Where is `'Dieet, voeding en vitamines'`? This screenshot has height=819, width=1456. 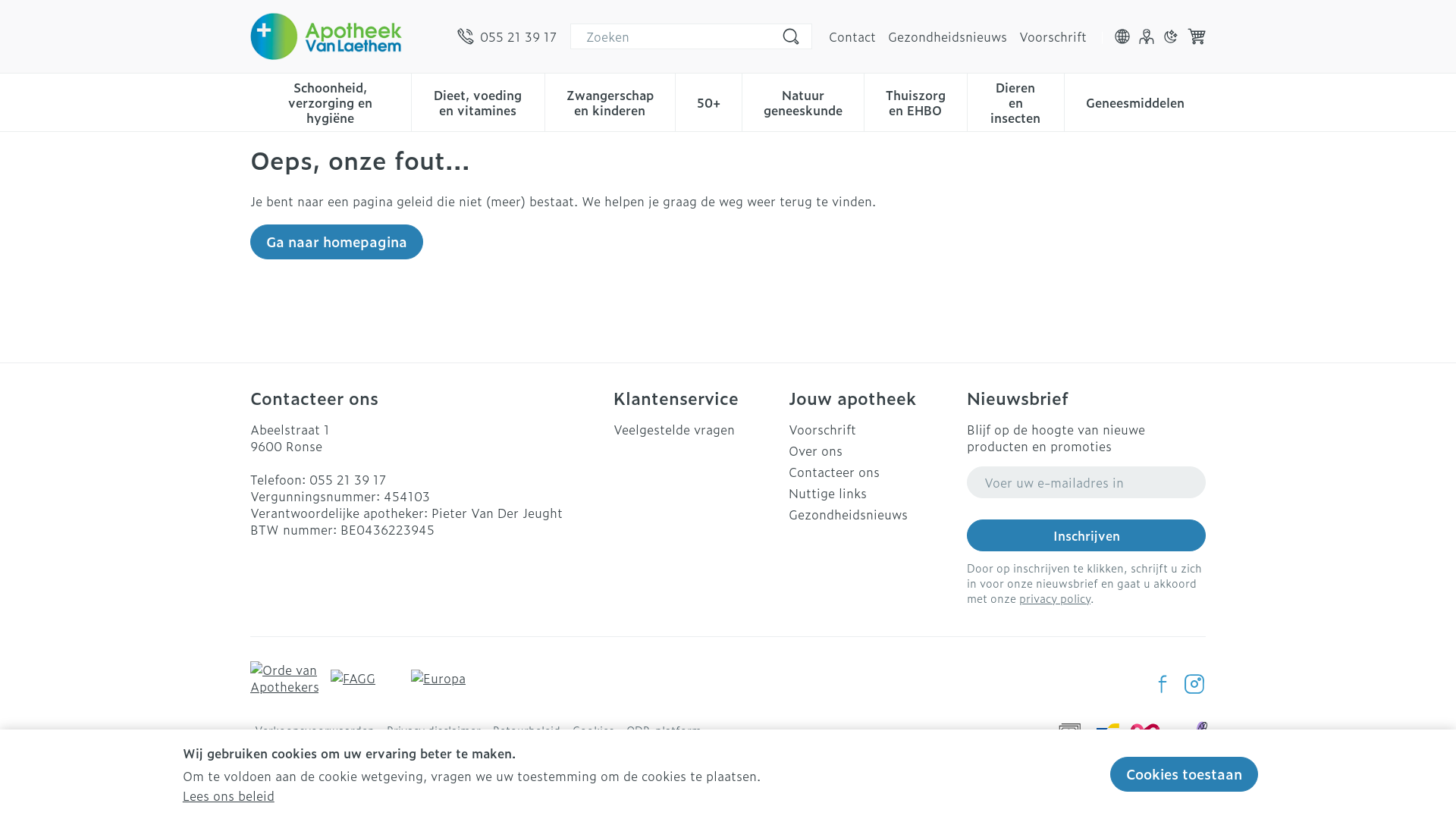
'Dieet, voeding en vitamines' is located at coordinates (476, 100).